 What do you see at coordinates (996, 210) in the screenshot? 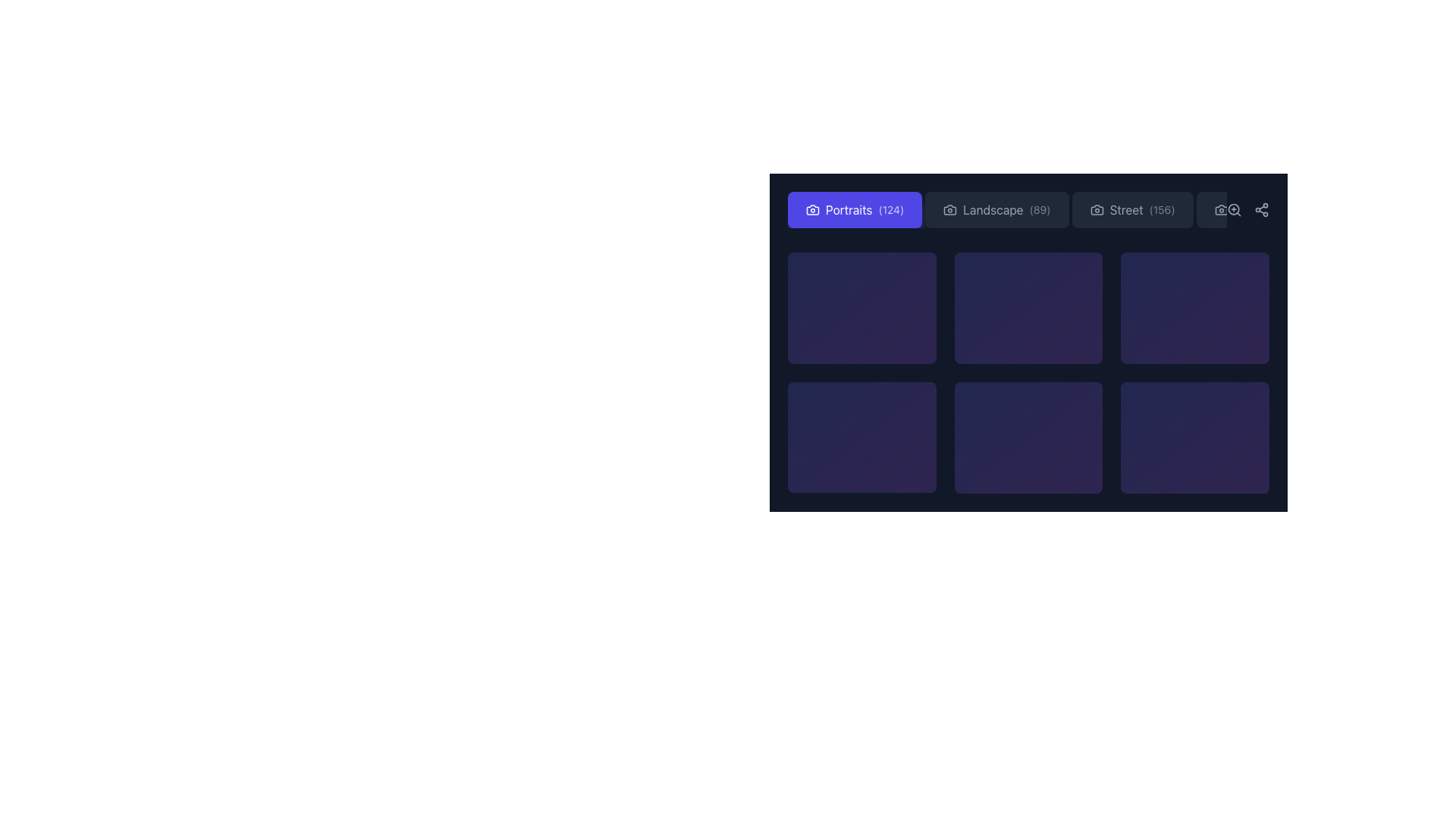
I see `the 'Landscape' button, which is the second button from the left in a horizontal group of buttons` at bounding box center [996, 210].